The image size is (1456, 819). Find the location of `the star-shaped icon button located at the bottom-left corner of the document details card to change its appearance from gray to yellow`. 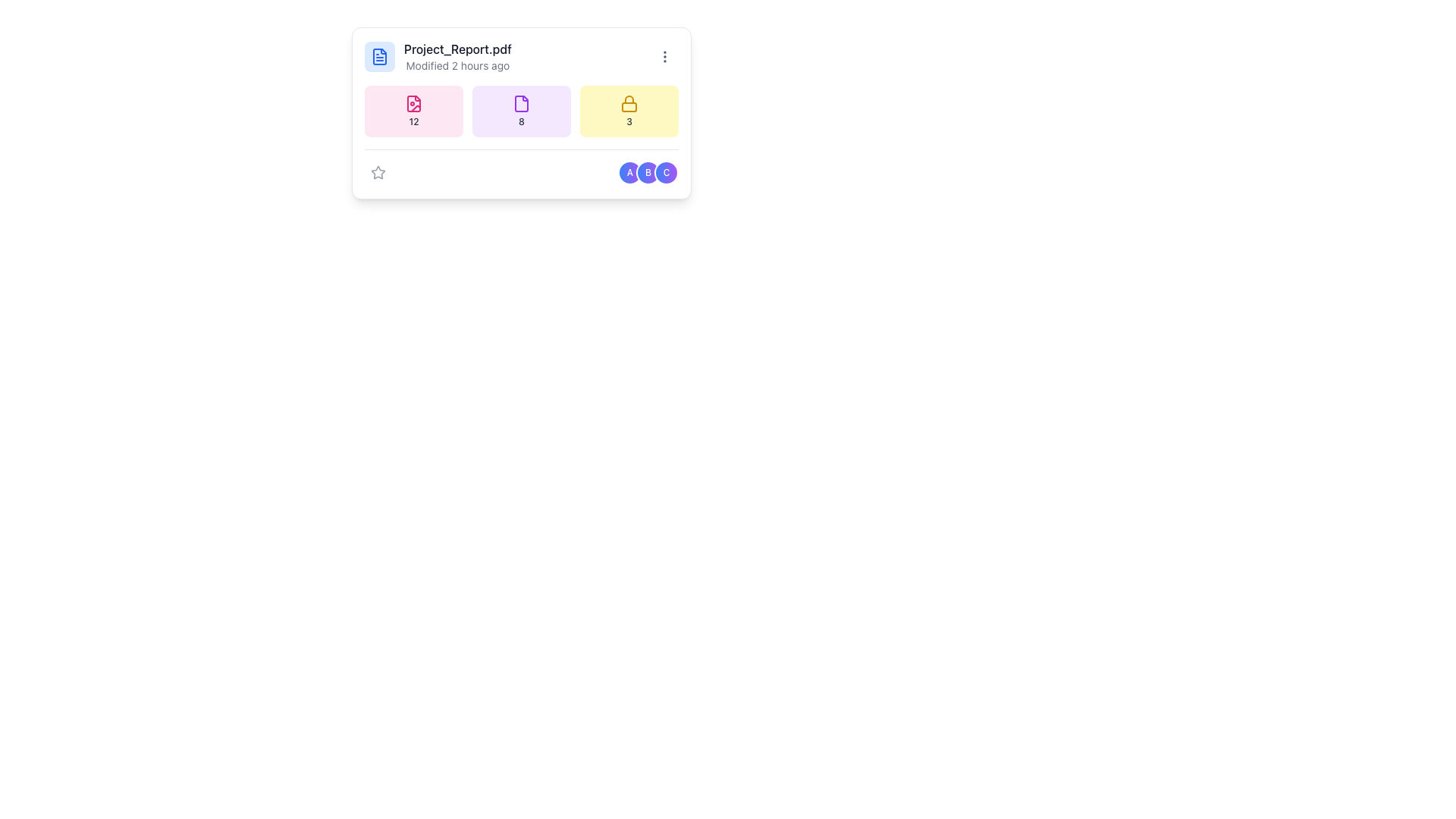

the star-shaped icon button located at the bottom-left corner of the document details card to change its appearance from gray to yellow is located at coordinates (378, 171).